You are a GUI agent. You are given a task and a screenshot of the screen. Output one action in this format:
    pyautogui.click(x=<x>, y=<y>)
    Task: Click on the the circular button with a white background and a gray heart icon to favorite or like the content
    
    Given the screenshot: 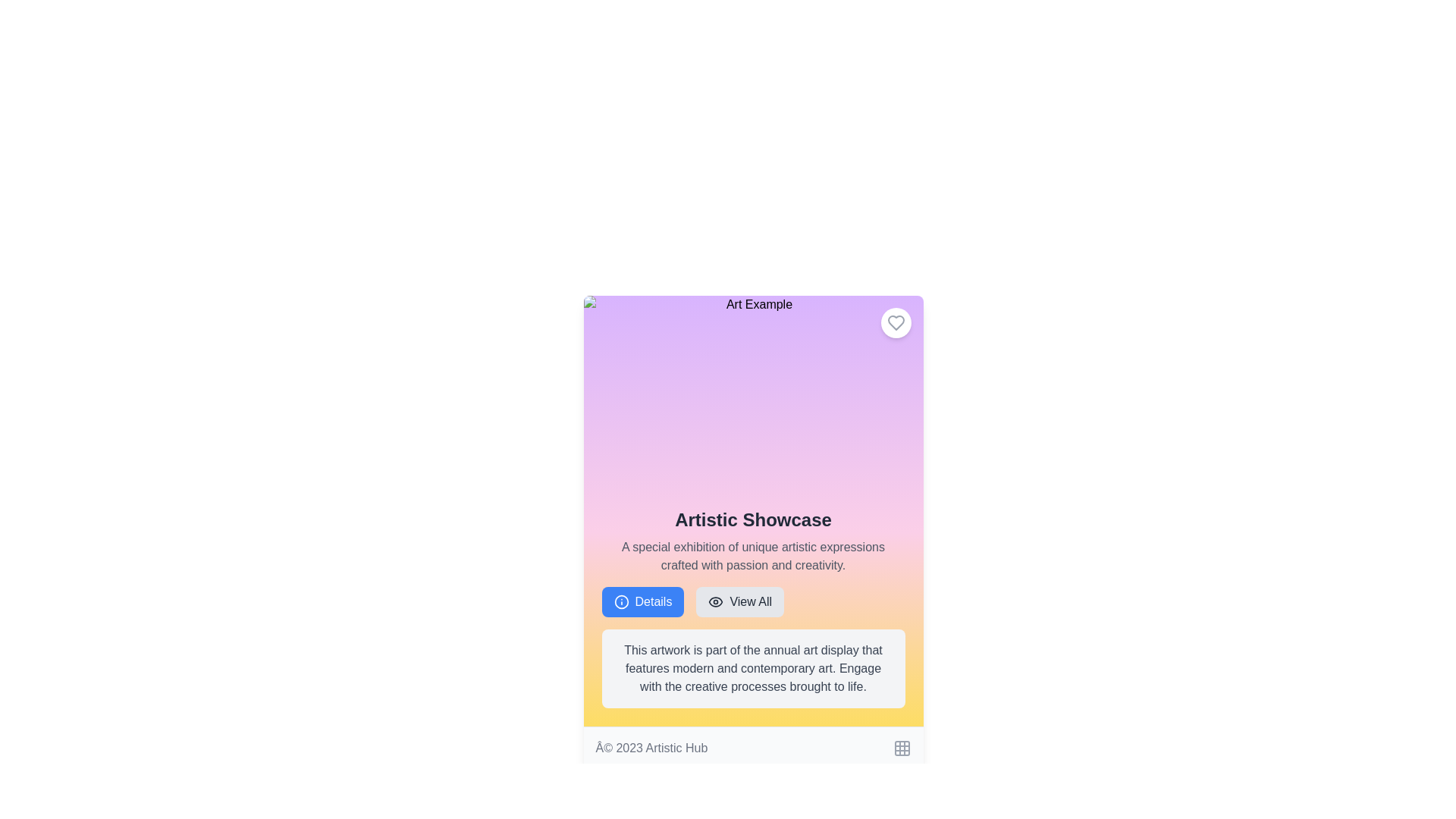 What is the action you would take?
    pyautogui.click(x=896, y=322)
    